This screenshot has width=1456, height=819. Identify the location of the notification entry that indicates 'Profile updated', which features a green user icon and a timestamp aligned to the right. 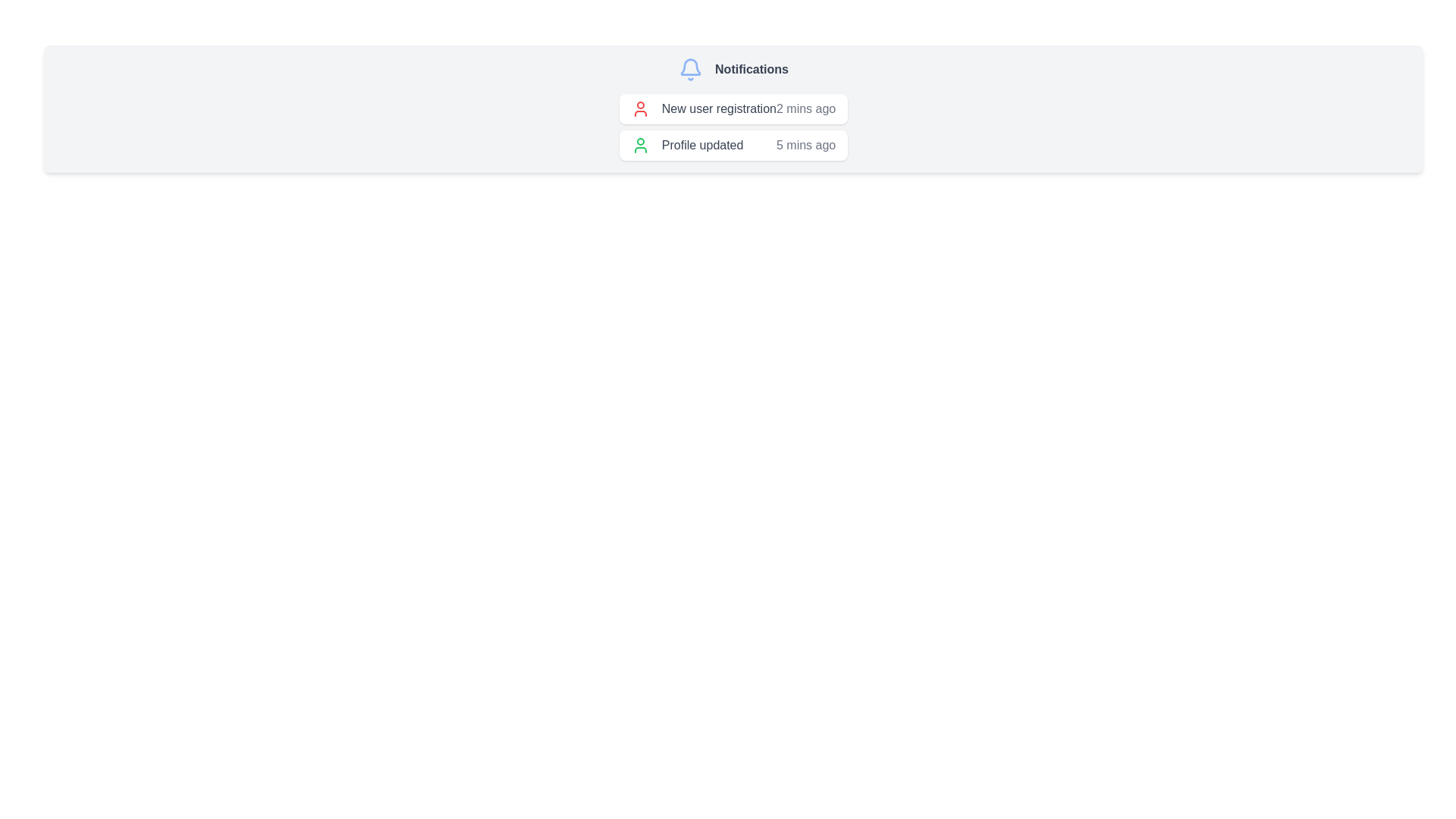
(733, 146).